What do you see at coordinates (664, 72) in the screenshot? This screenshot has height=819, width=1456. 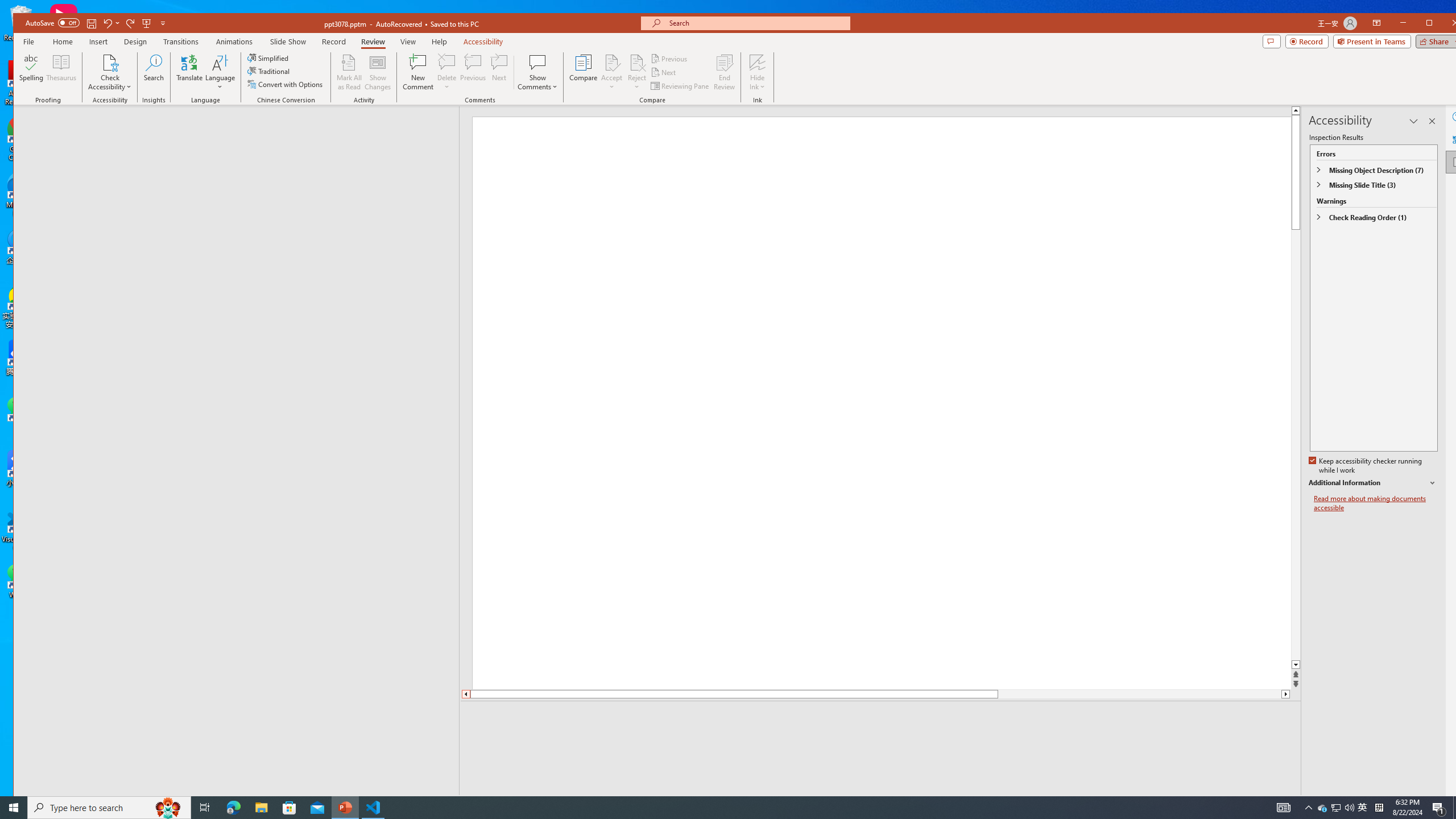 I see `'Next'` at bounding box center [664, 72].